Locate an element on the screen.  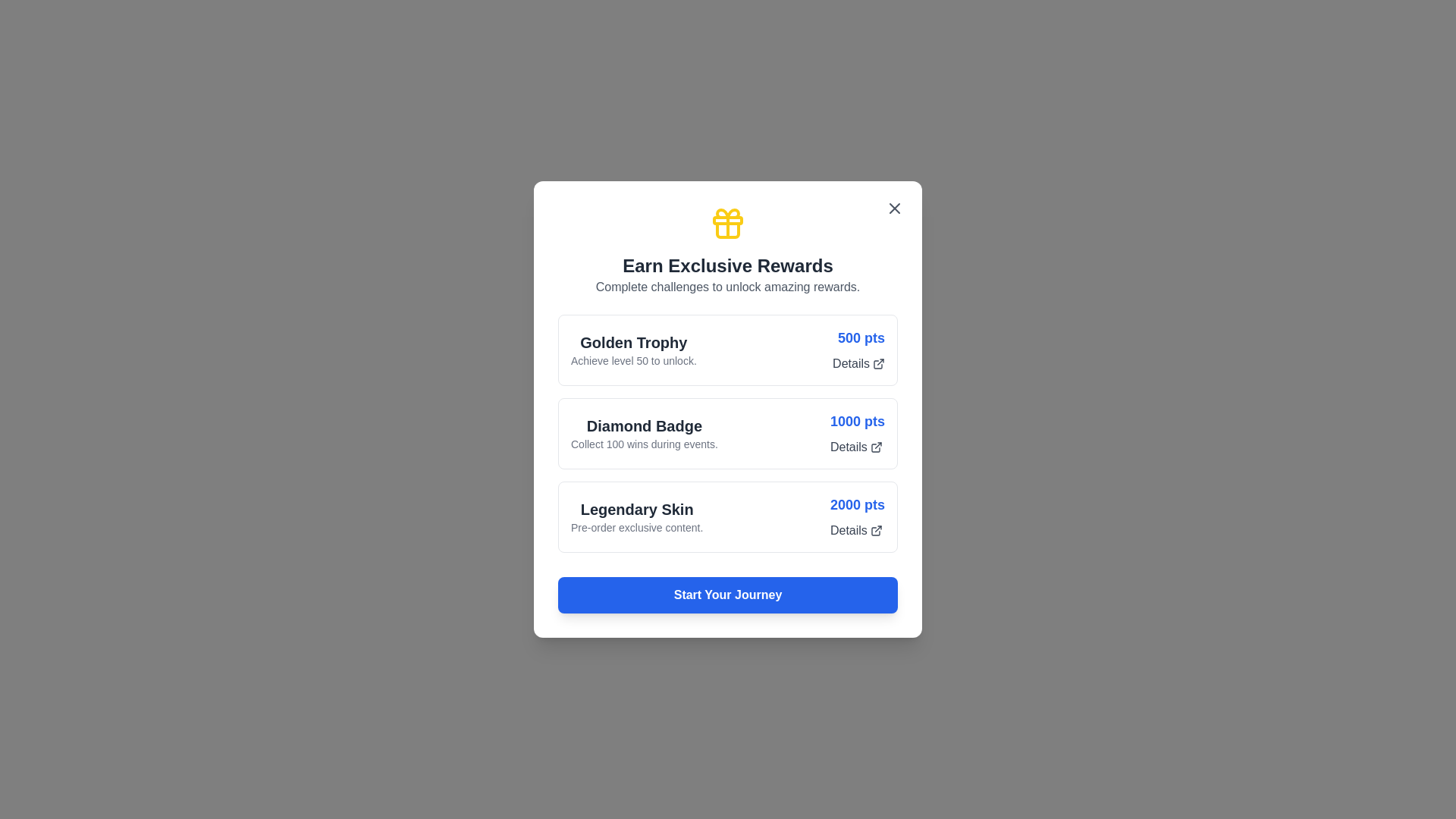
the yellow gift icon with a ribbon bow, located at the top-center of the modal window content, above the 'Earn Exclusive Rewards' text is located at coordinates (728, 223).